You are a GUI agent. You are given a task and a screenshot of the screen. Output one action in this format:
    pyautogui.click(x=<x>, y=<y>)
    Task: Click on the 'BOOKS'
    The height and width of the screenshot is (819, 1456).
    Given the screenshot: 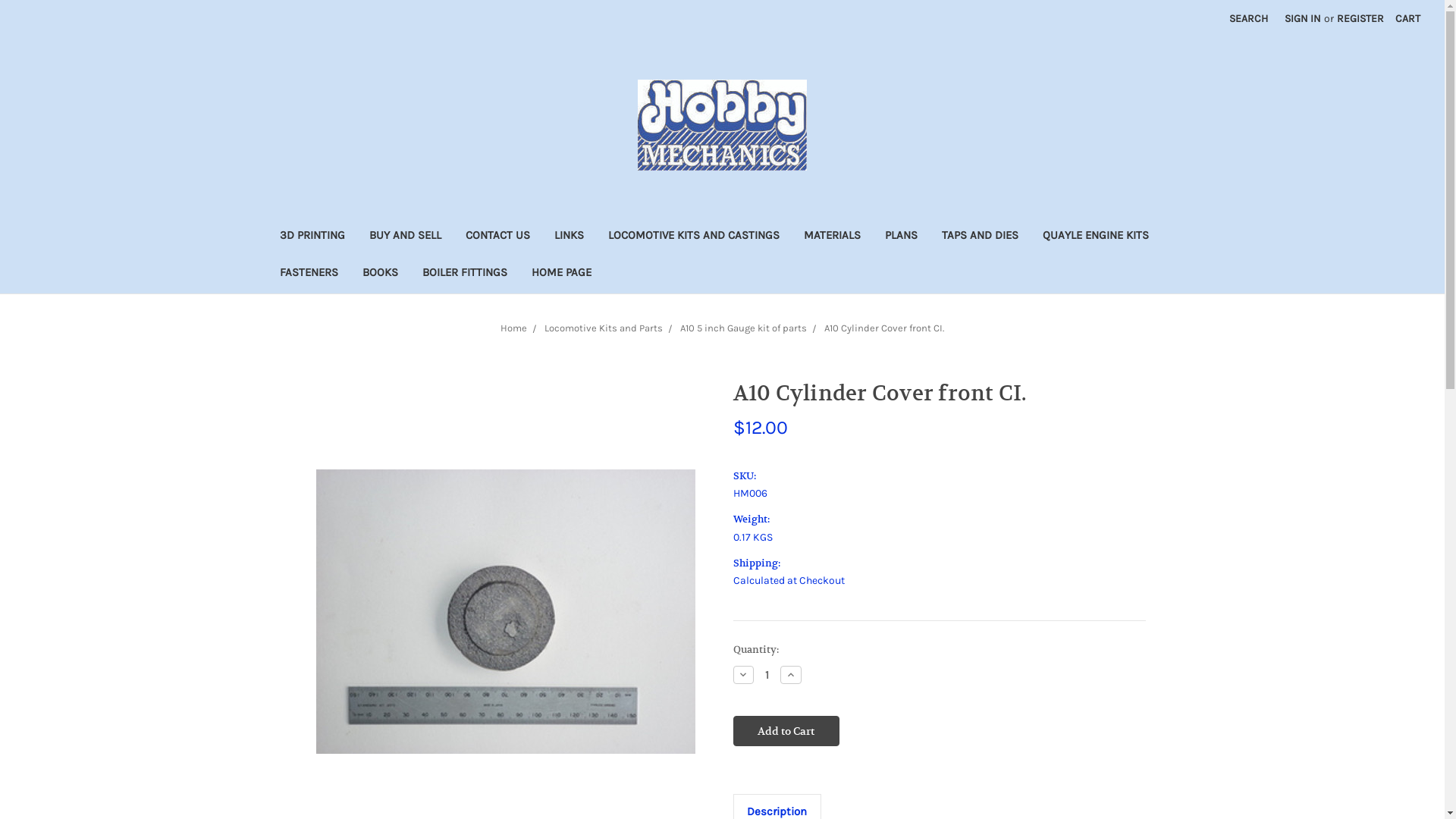 What is the action you would take?
    pyautogui.click(x=349, y=274)
    